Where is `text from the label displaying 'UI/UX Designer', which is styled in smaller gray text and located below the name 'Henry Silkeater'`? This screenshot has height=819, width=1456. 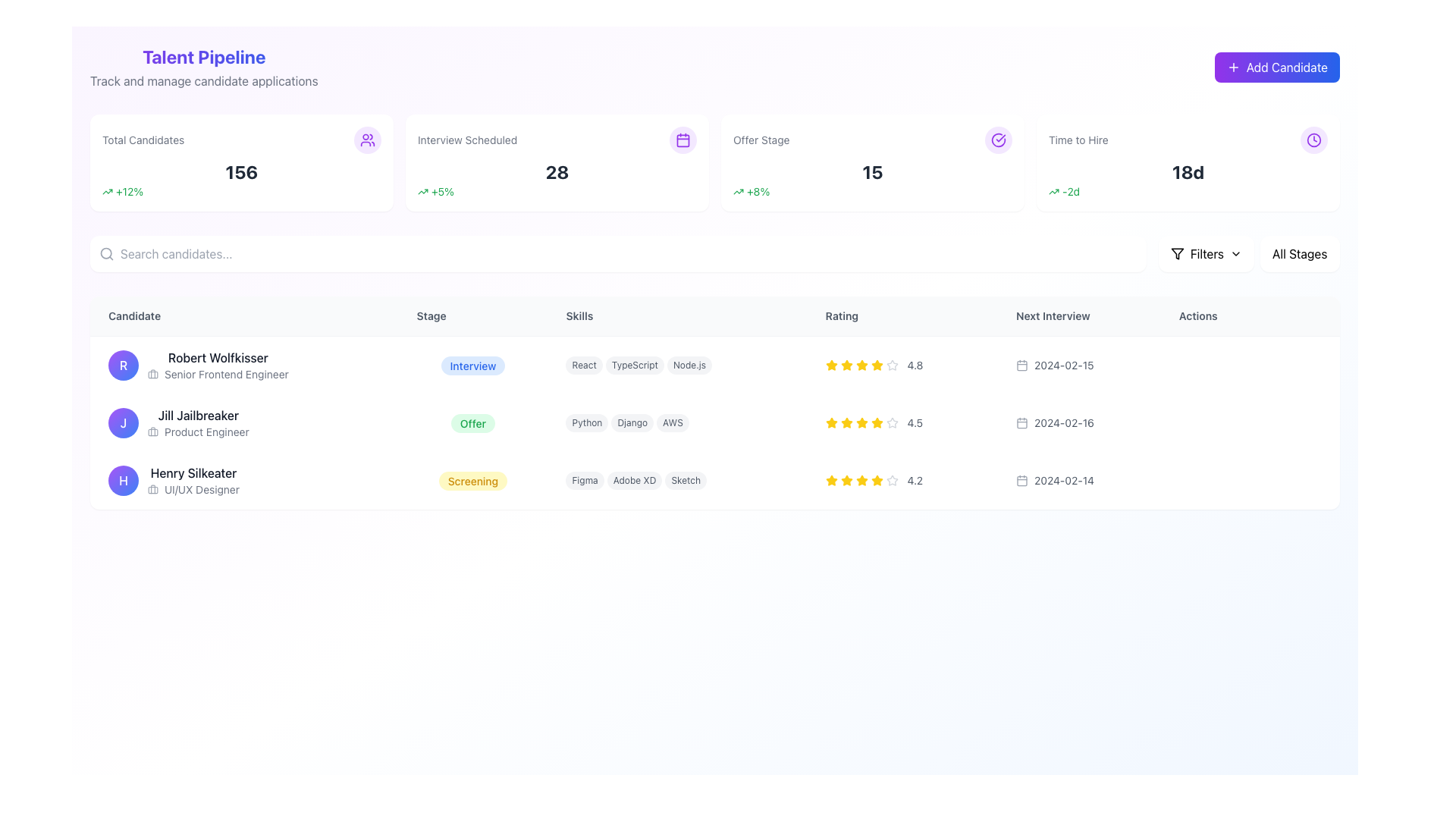 text from the label displaying 'UI/UX Designer', which is styled in smaller gray text and located below the name 'Henry Silkeater' is located at coordinates (193, 489).